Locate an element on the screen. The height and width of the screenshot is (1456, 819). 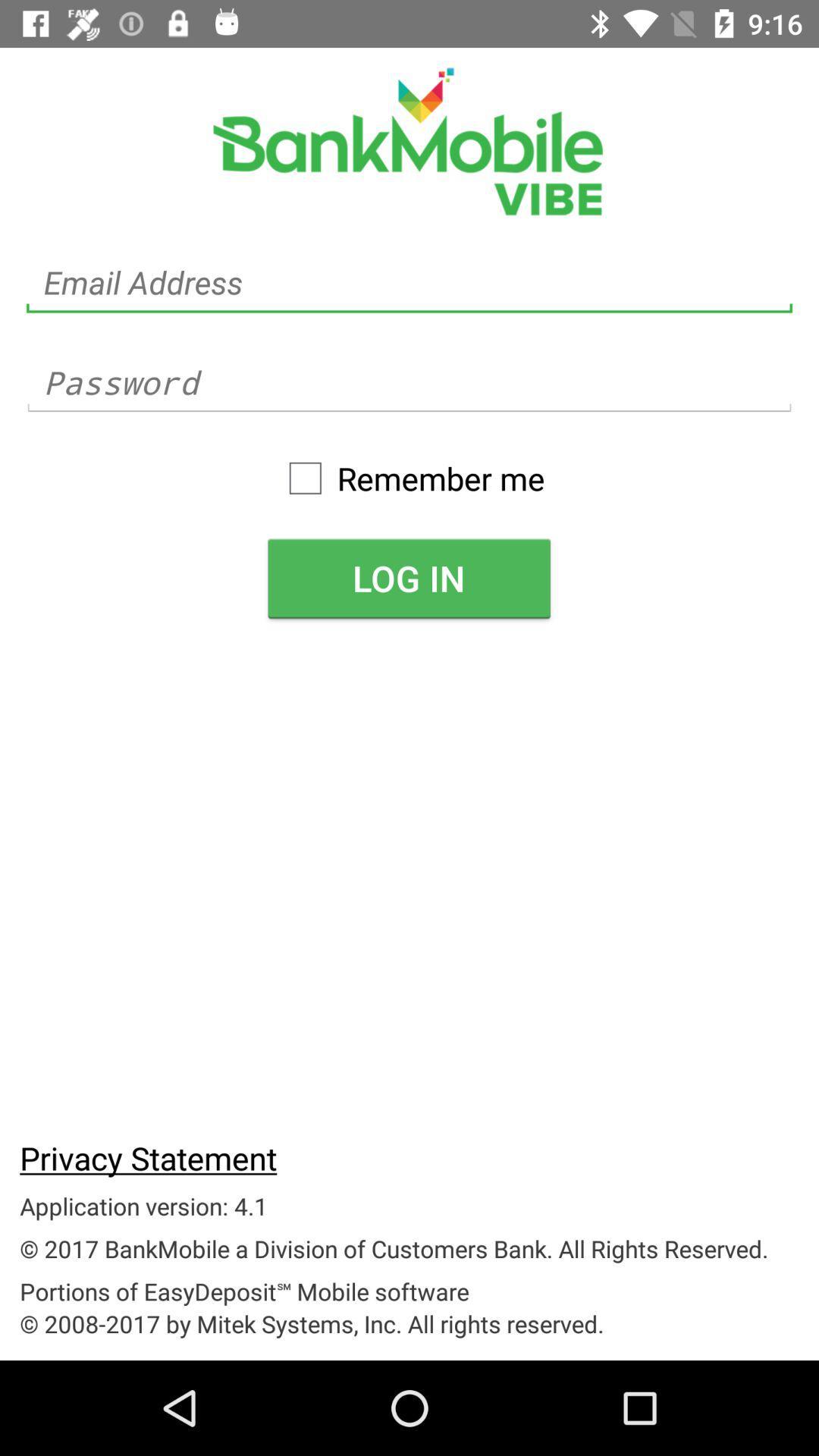
icon above log in item is located at coordinates (408, 477).